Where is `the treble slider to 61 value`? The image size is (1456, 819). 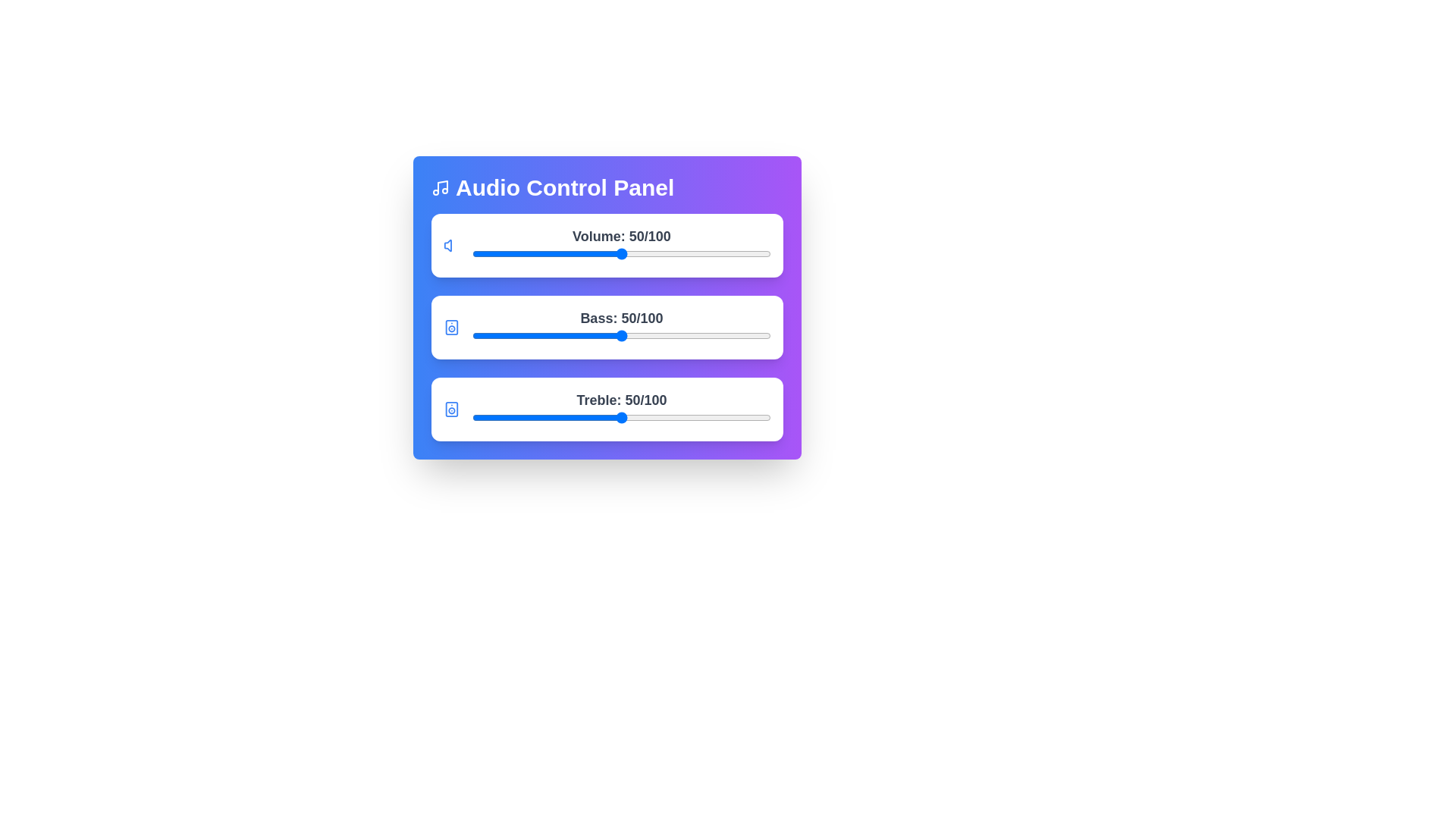 the treble slider to 61 value is located at coordinates (654, 418).